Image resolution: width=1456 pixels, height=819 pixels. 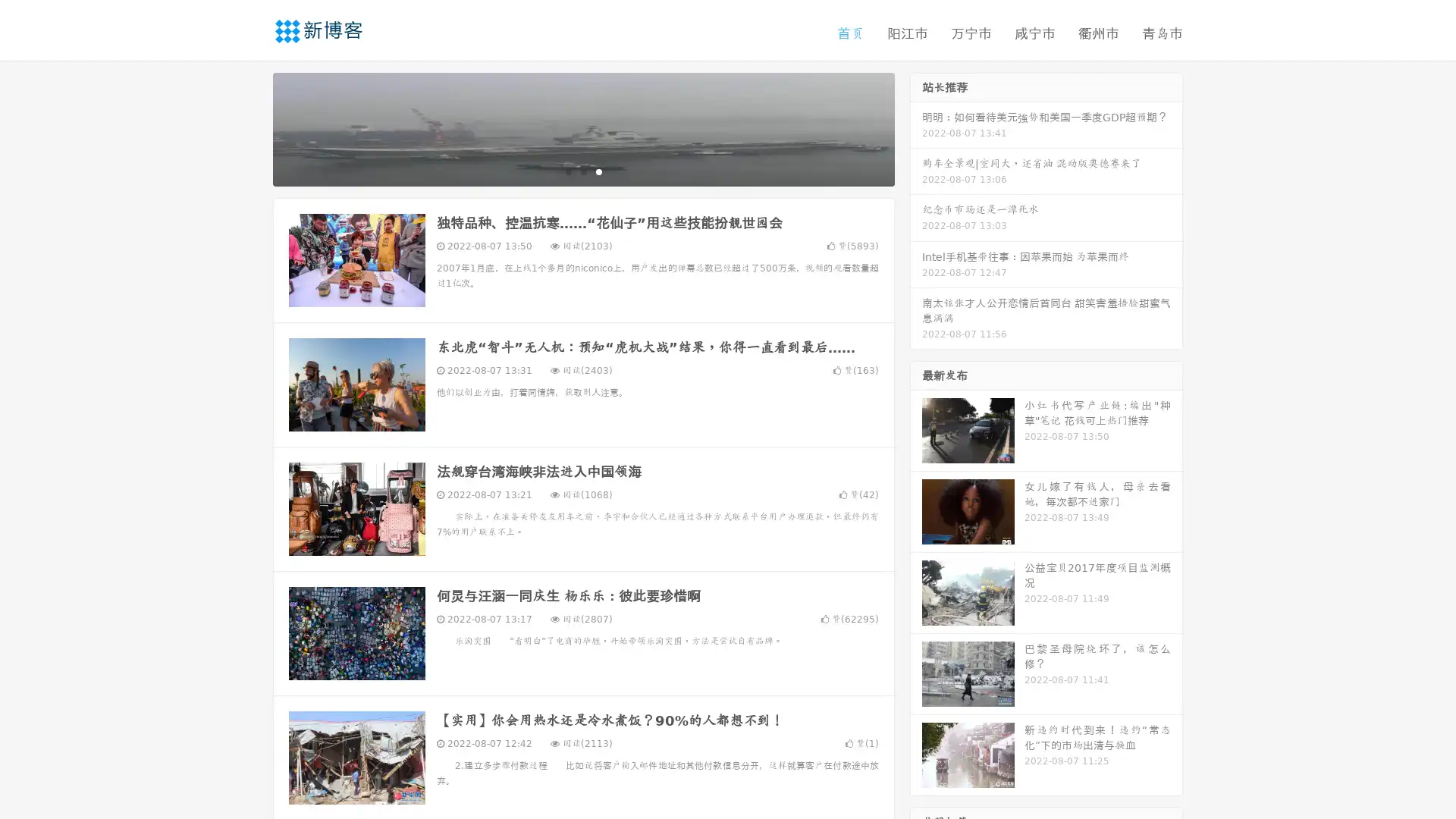 I want to click on Previous slide, so click(x=250, y=127).